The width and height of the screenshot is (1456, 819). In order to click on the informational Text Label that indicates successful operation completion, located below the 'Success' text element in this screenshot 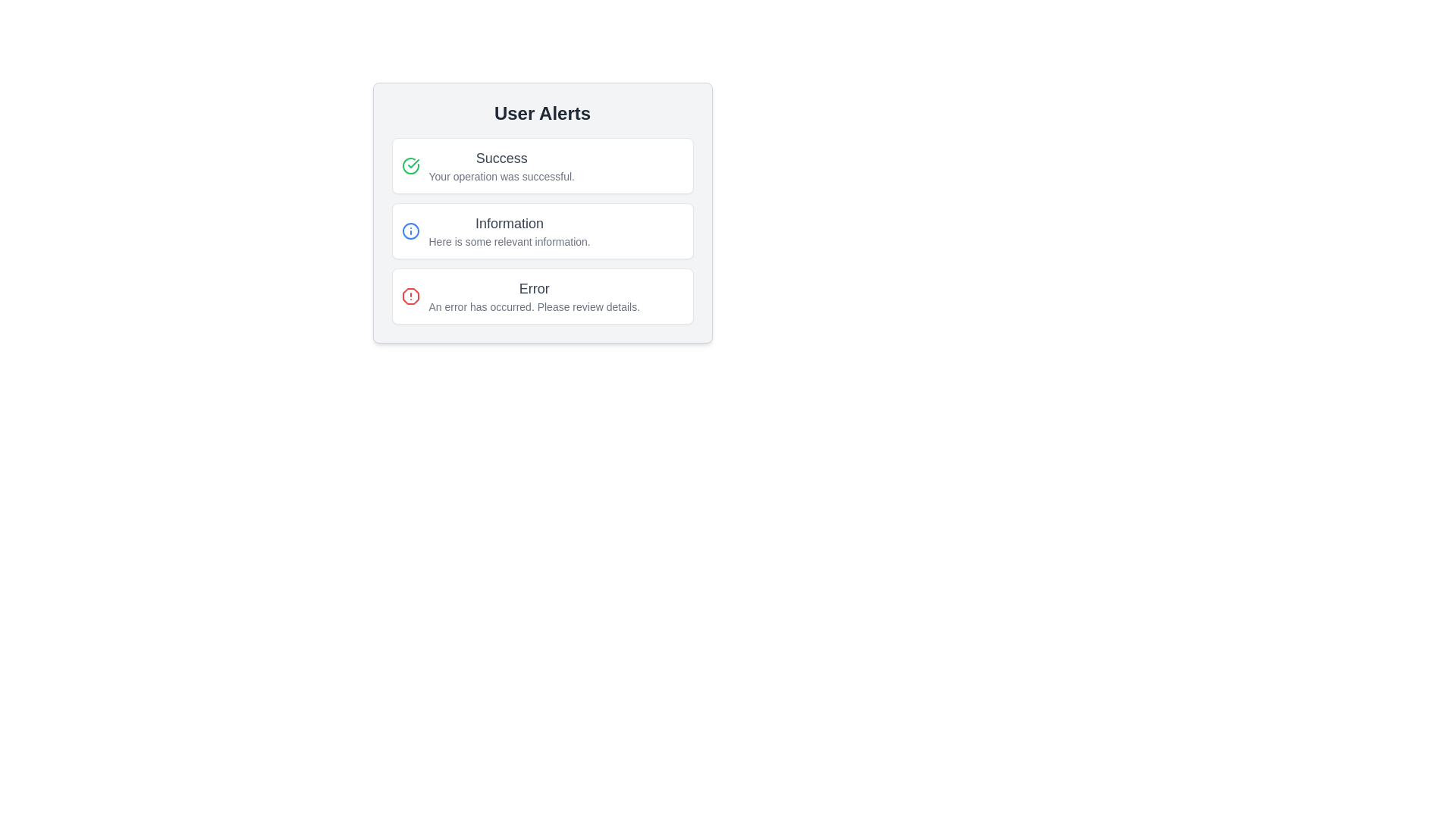, I will do `click(501, 175)`.